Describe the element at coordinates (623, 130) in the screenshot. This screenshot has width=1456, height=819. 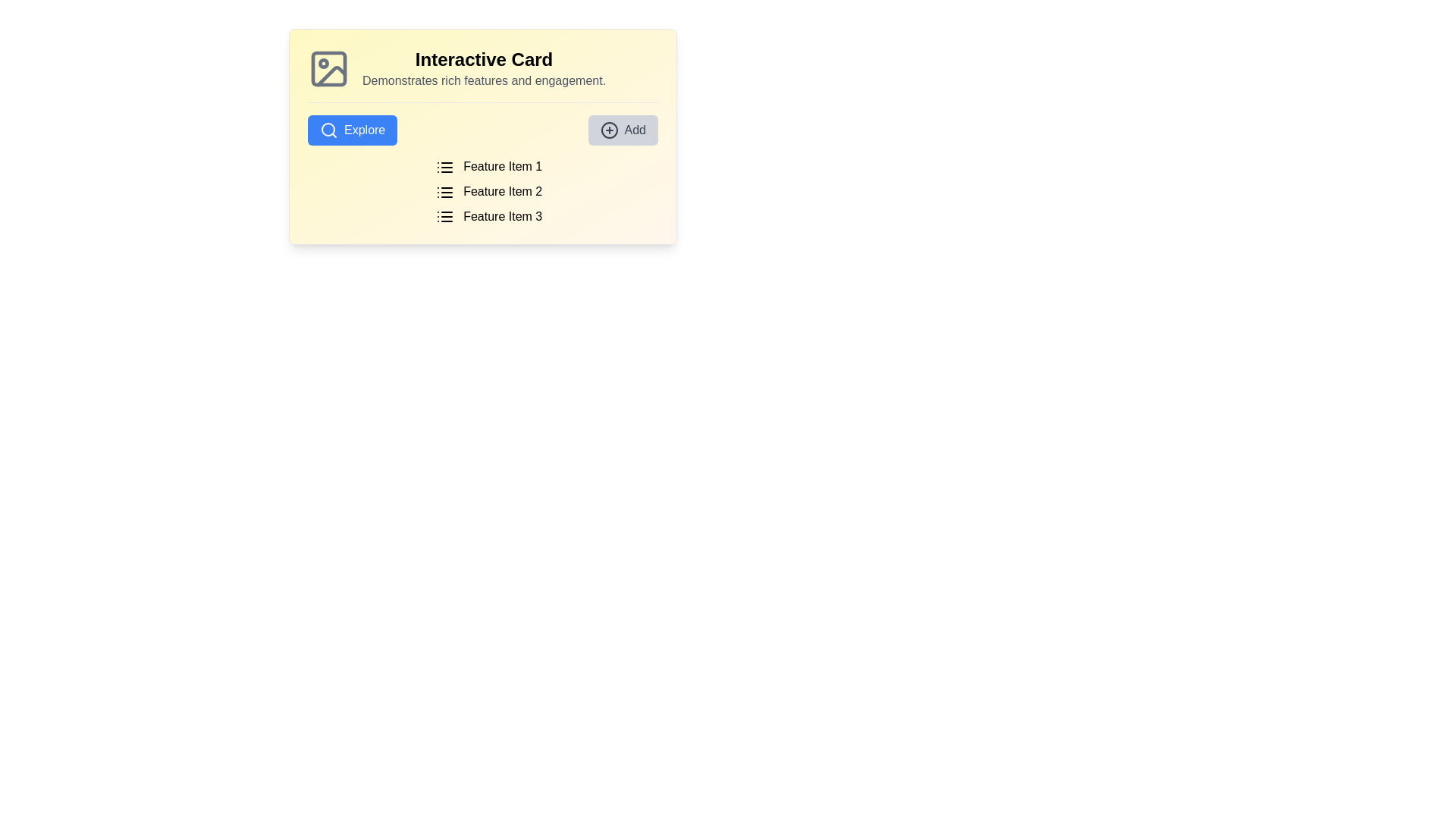
I see `the 'Add' button located to the right of the 'Explore' button in the header section marked 'Interactive Card'` at that location.